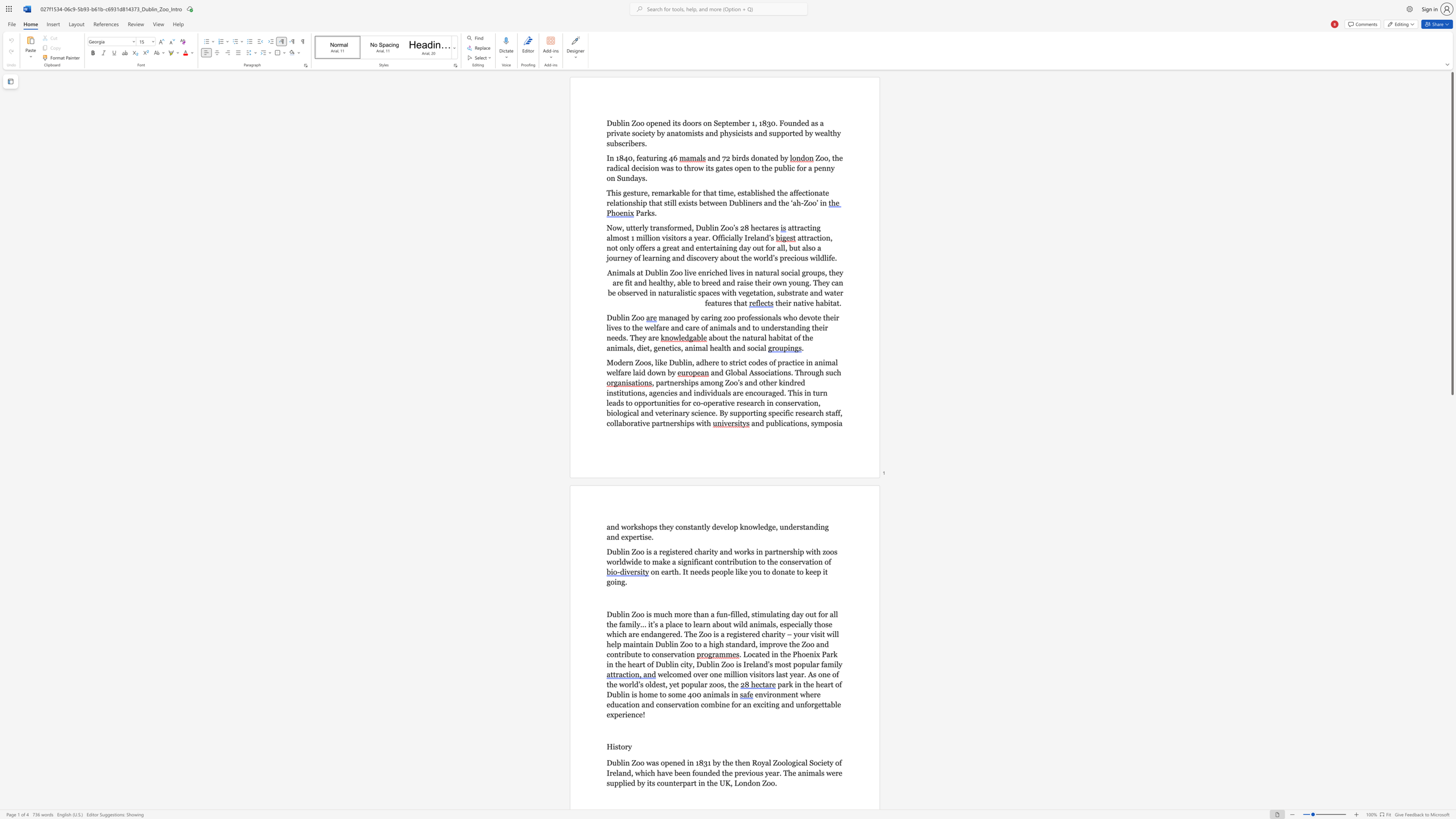 This screenshot has width=1456, height=819. I want to click on the 2th character "s" in the text, so click(785, 623).